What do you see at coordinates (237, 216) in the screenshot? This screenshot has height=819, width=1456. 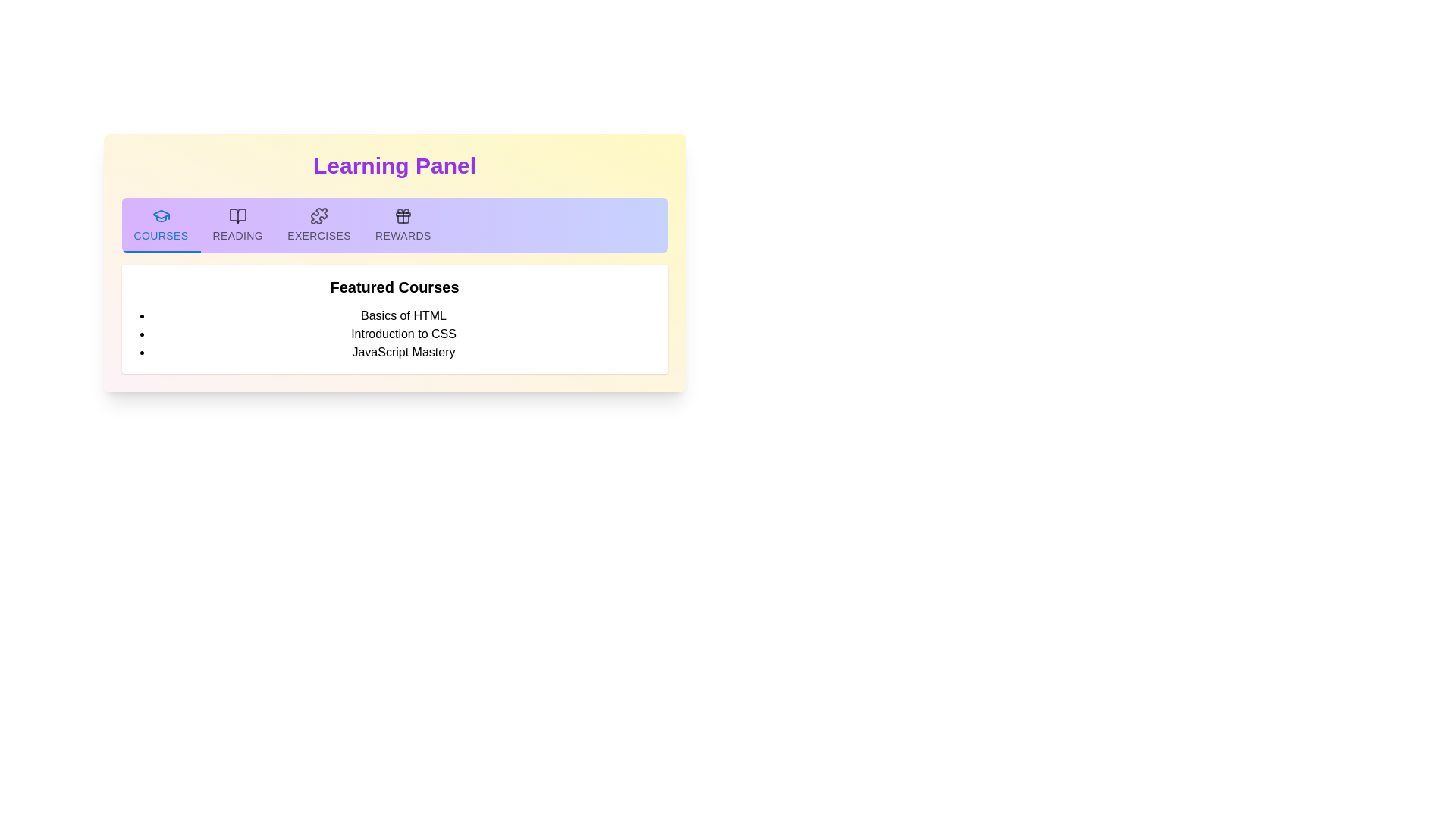 I see `the open book icon in the row of tab-like icons at the top of the interface` at bounding box center [237, 216].